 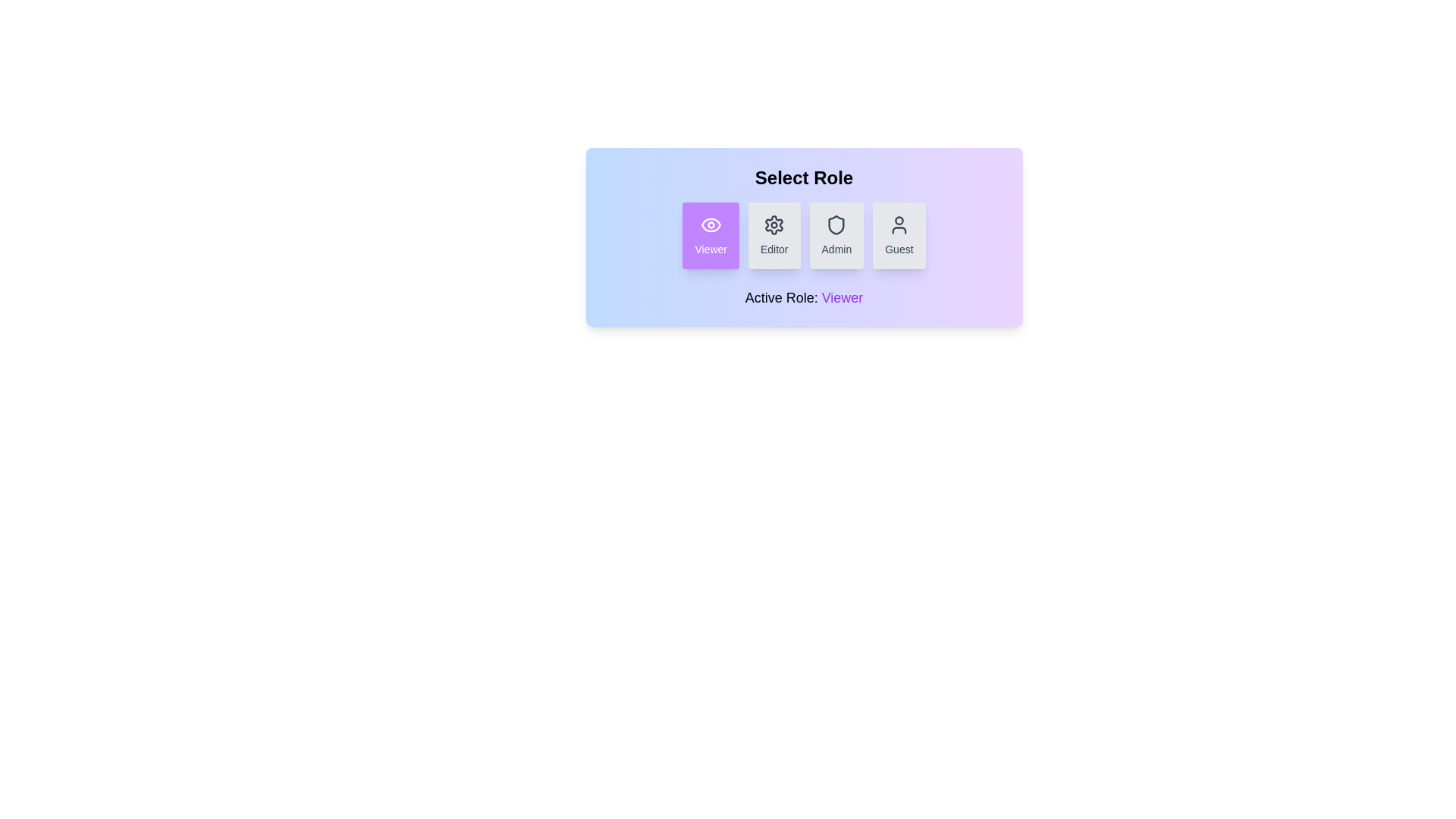 I want to click on the role button corresponding to Editor, so click(x=774, y=236).